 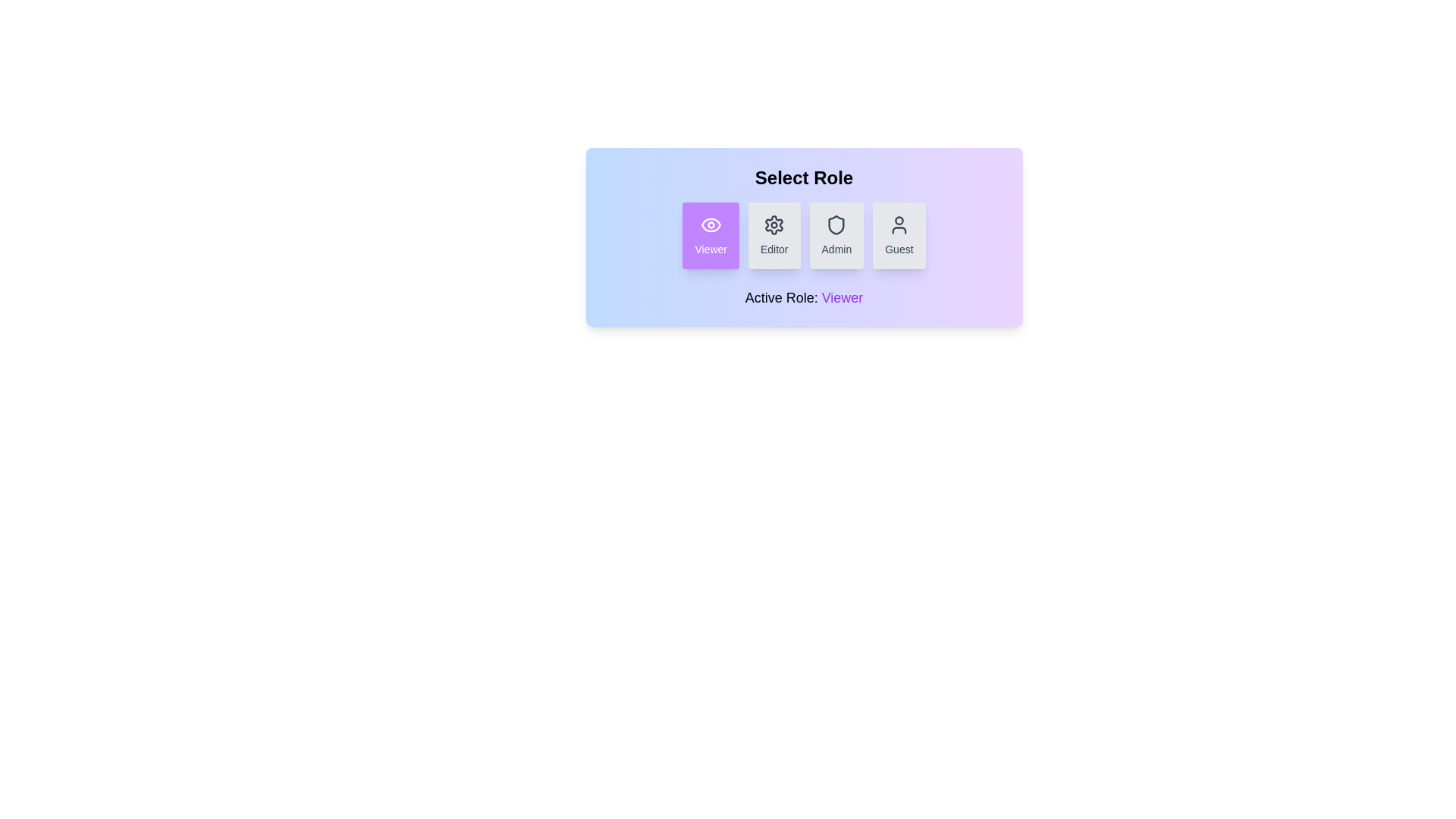 I want to click on the role button corresponding to Editor, so click(x=774, y=236).